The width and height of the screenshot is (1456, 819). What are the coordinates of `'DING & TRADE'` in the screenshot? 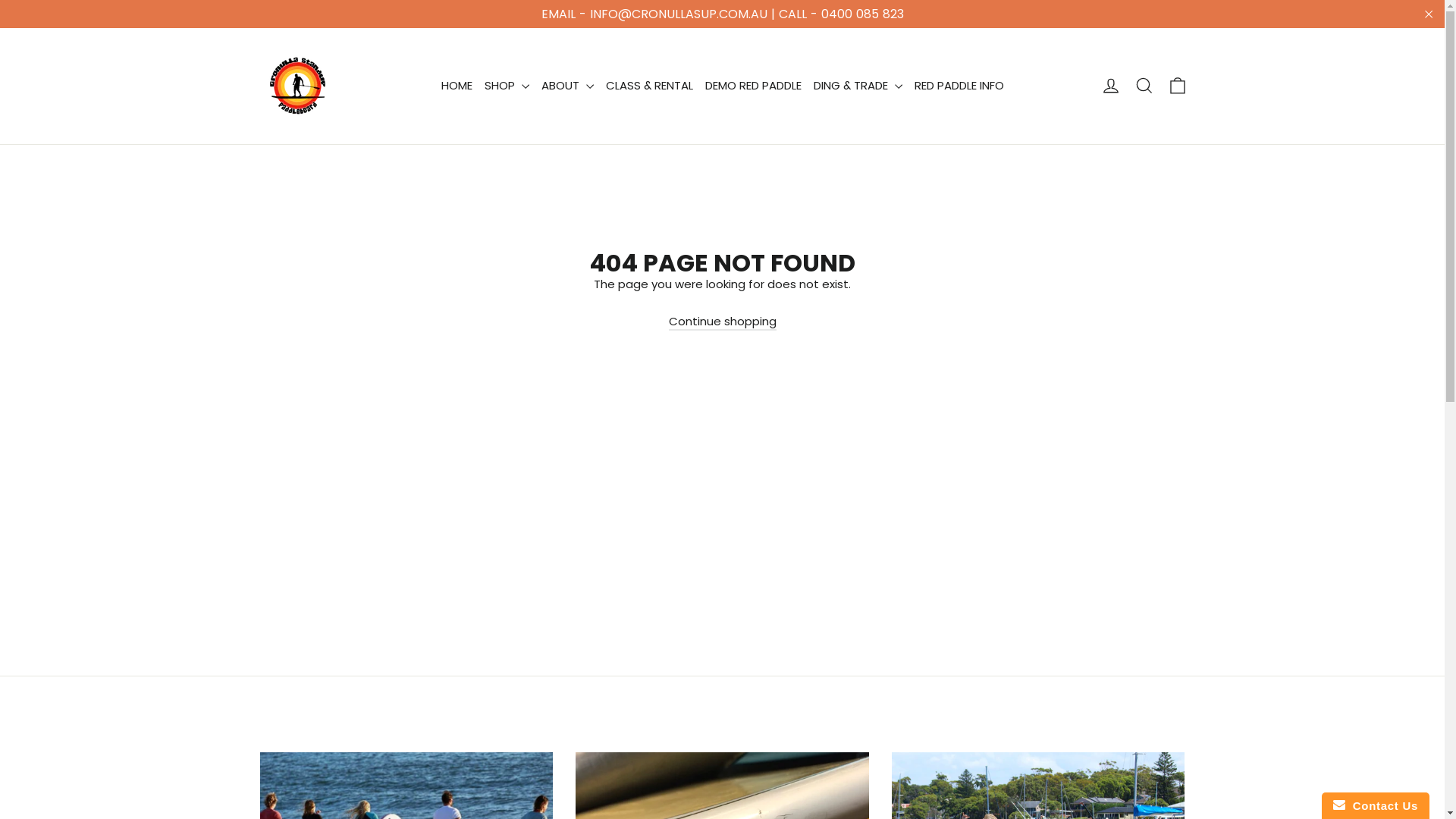 It's located at (857, 85).